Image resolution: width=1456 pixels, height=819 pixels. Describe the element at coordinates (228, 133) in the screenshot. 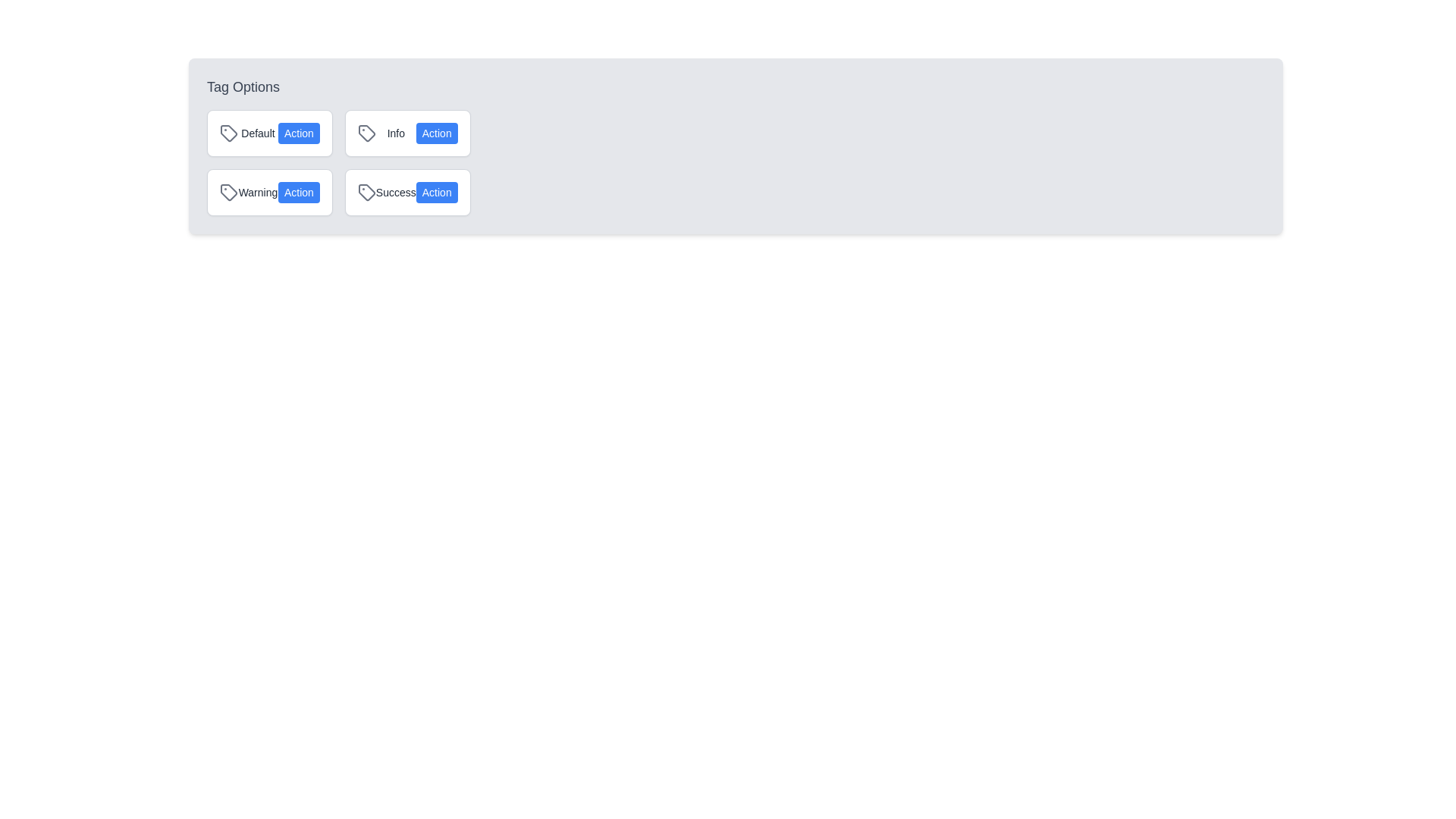

I see `the icon located to the far left in the first row of the grid within the 'Tag Options' section, which represents the 'Default' label` at that location.